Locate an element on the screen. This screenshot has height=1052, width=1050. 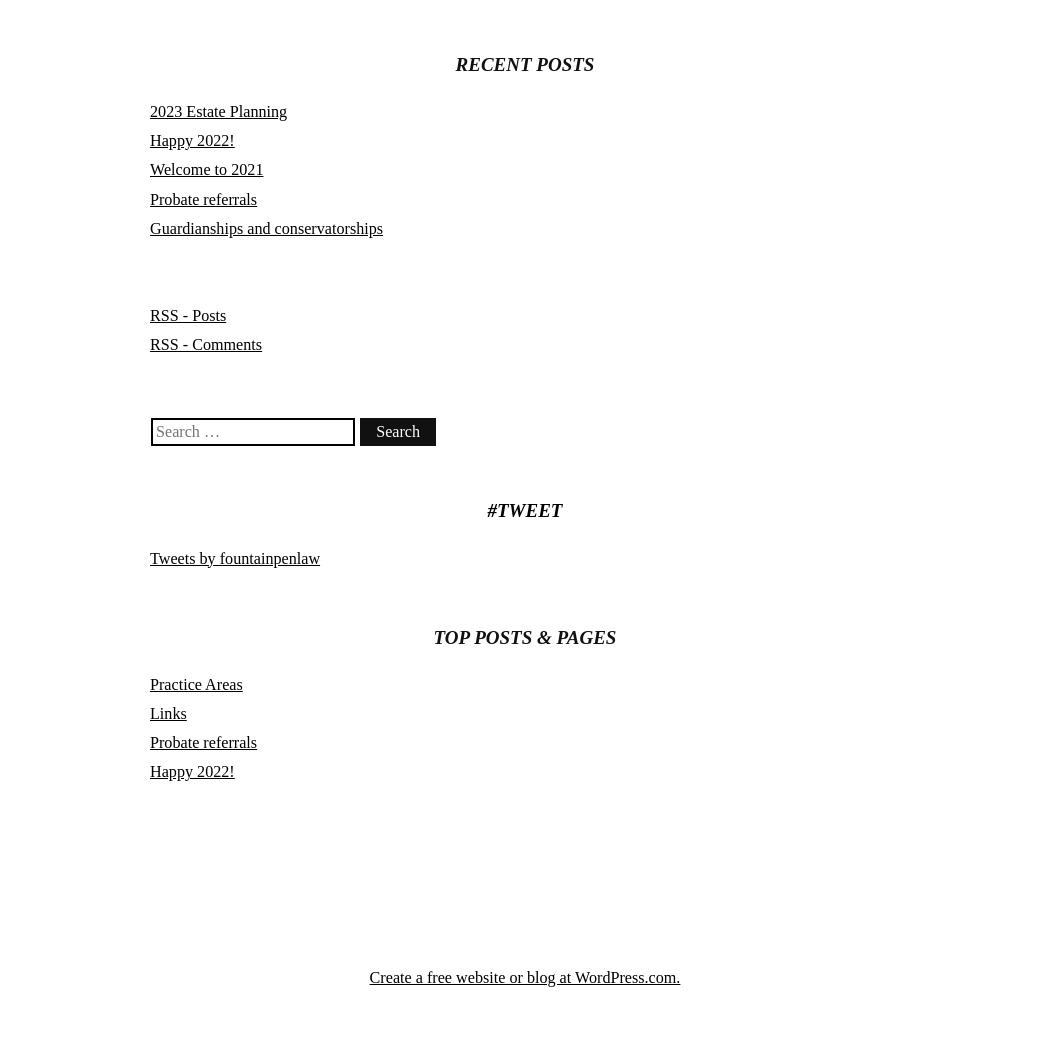
'2023 Estate Planning' is located at coordinates (217, 111).